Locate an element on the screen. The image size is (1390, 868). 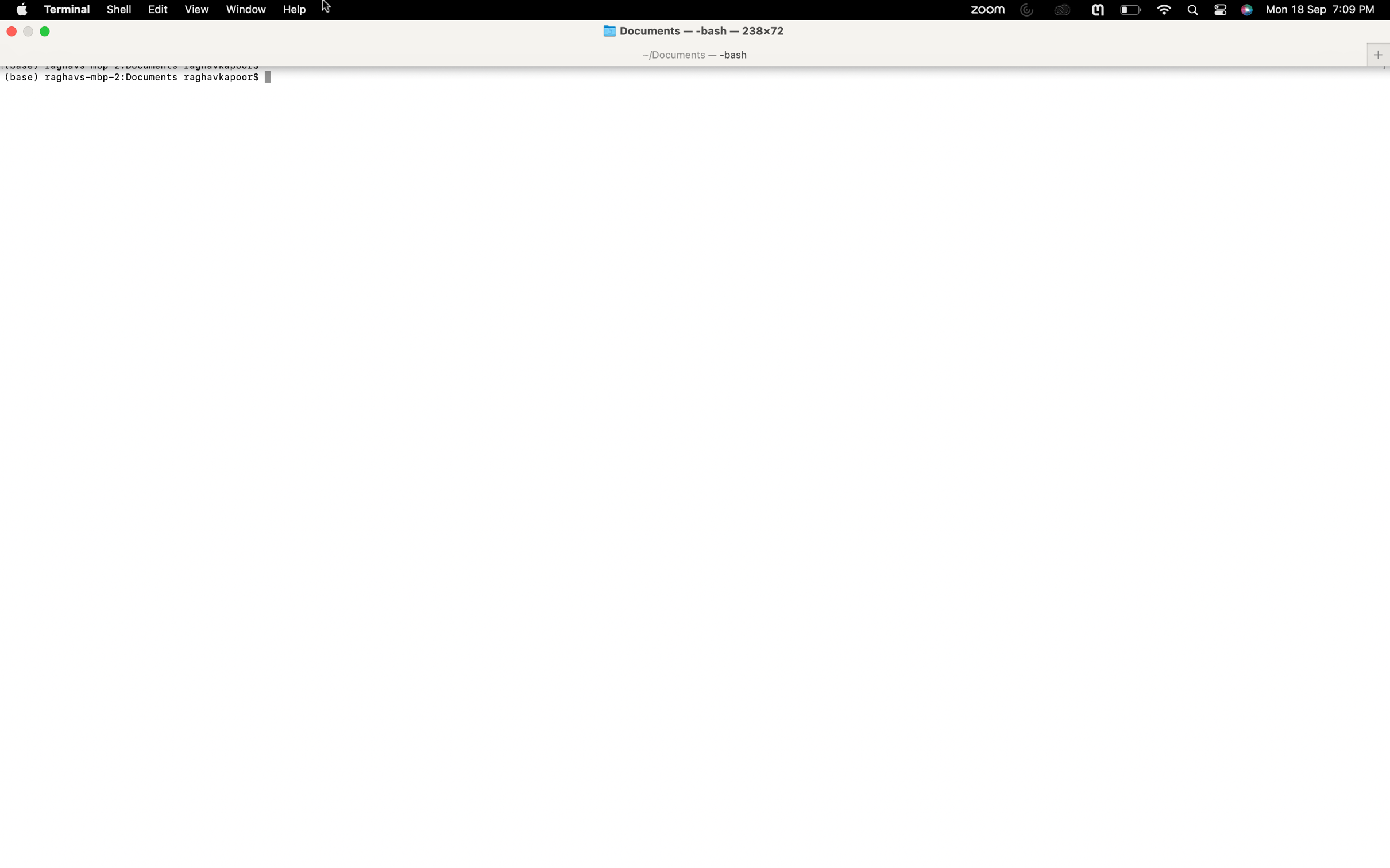
Do split pane using the view option on top is located at coordinates (196, 9).